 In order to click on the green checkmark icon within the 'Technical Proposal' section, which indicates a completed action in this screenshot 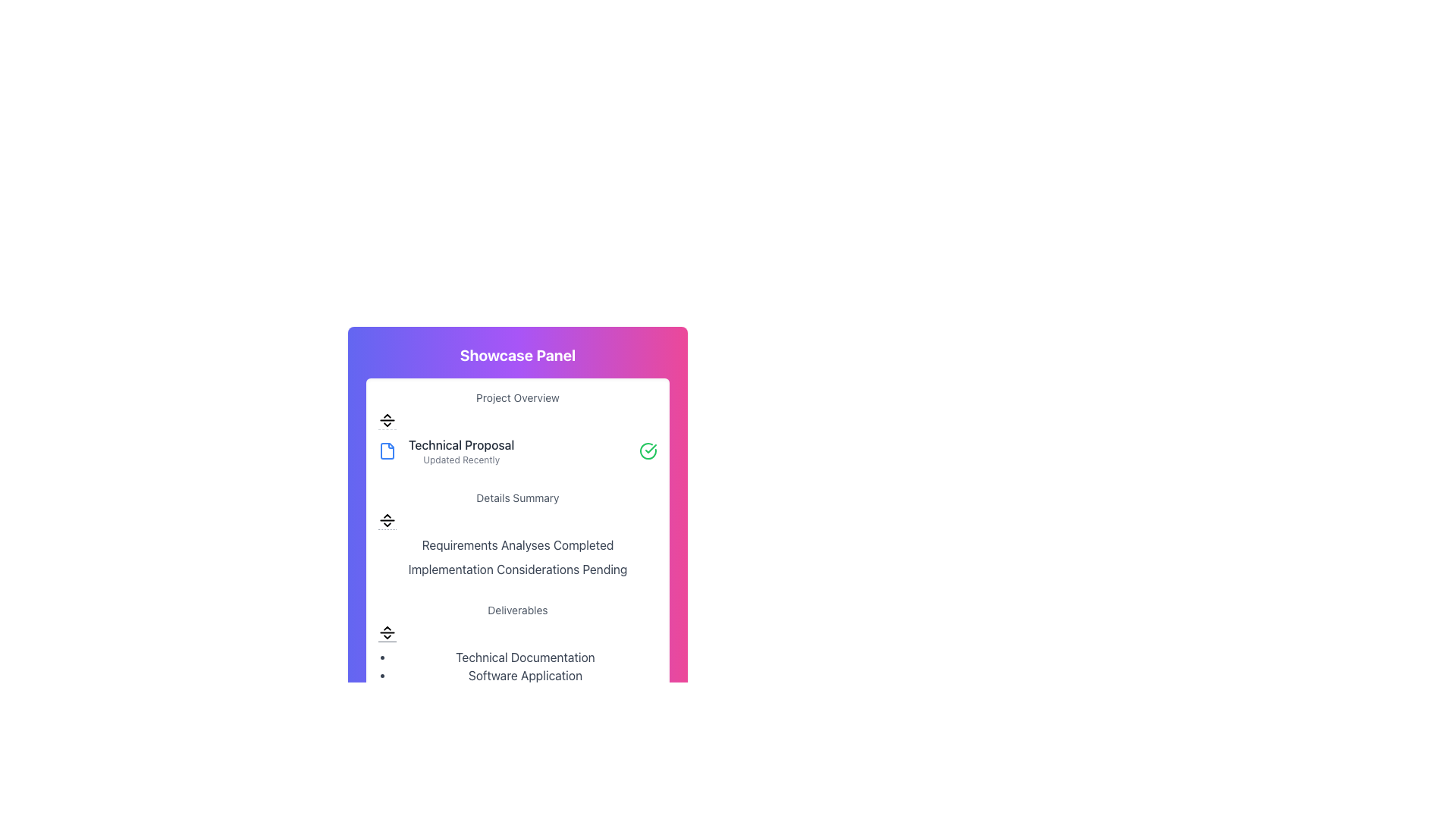, I will do `click(651, 447)`.